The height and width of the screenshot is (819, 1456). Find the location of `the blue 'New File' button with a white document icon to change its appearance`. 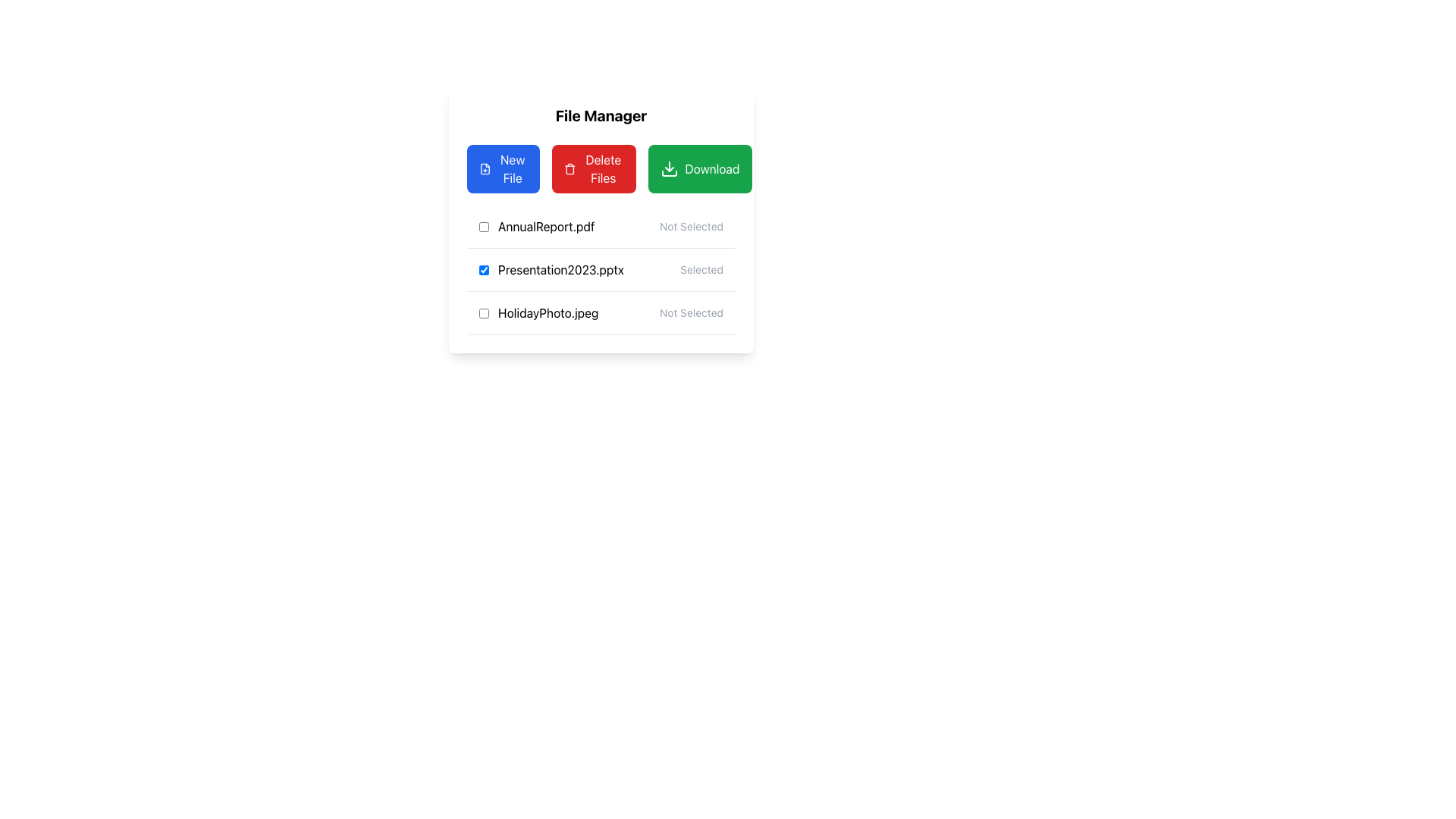

the blue 'New File' button with a white document icon to change its appearance is located at coordinates (504, 169).